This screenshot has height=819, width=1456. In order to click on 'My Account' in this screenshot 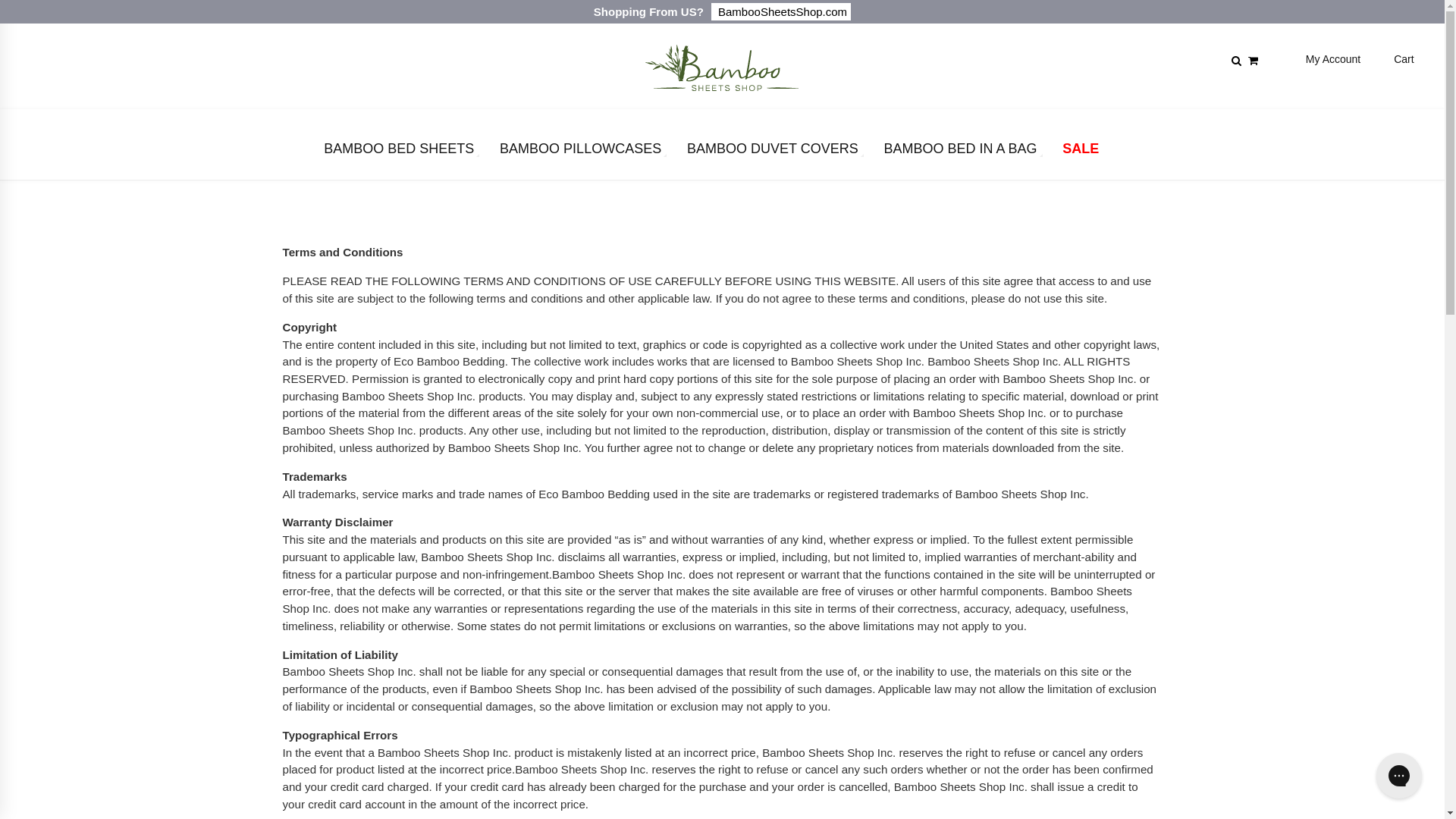, I will do `click(1305, 58)`.